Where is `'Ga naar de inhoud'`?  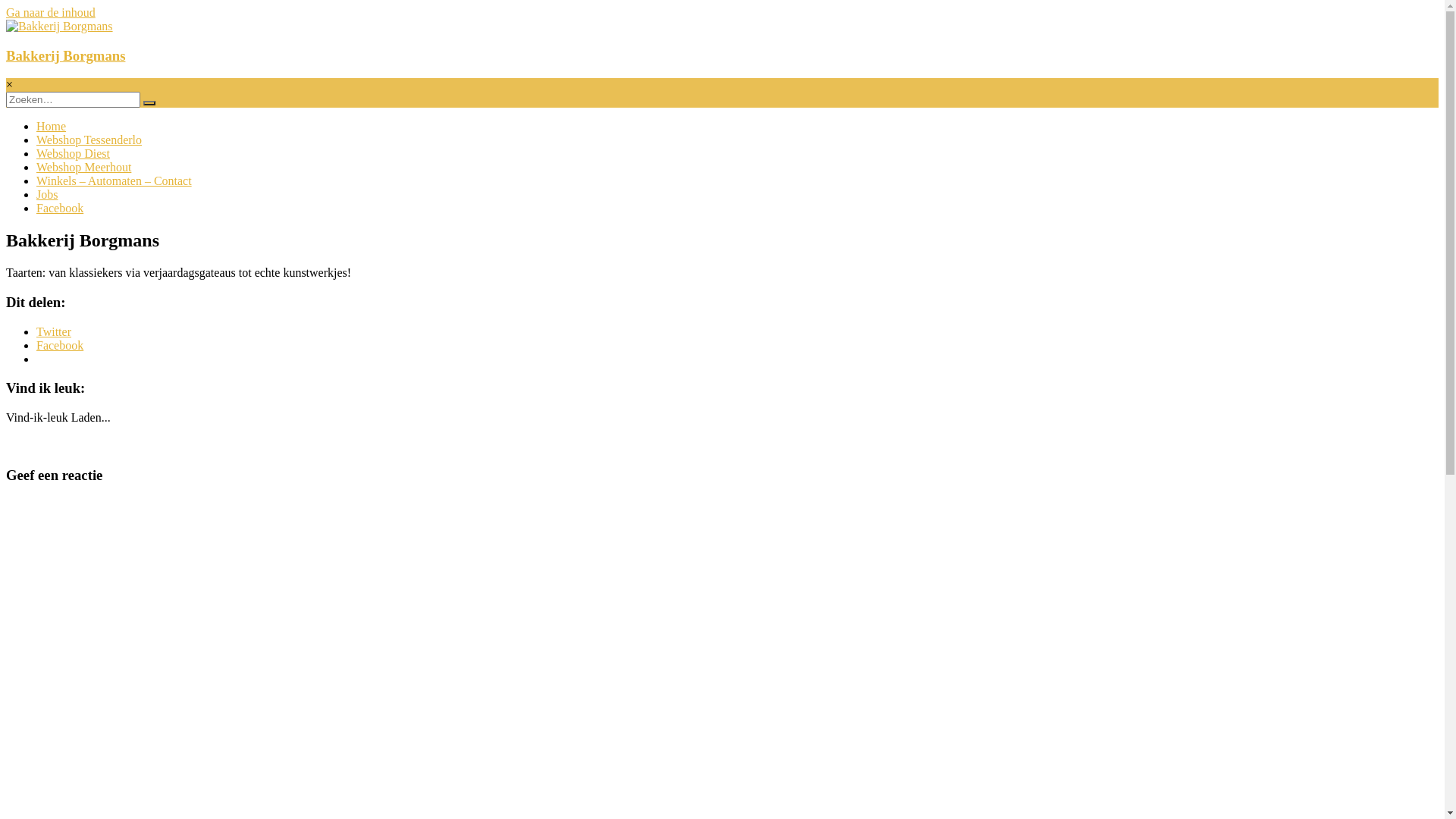 'Ga naar de inhoud' is located at coordinates (51, 12).